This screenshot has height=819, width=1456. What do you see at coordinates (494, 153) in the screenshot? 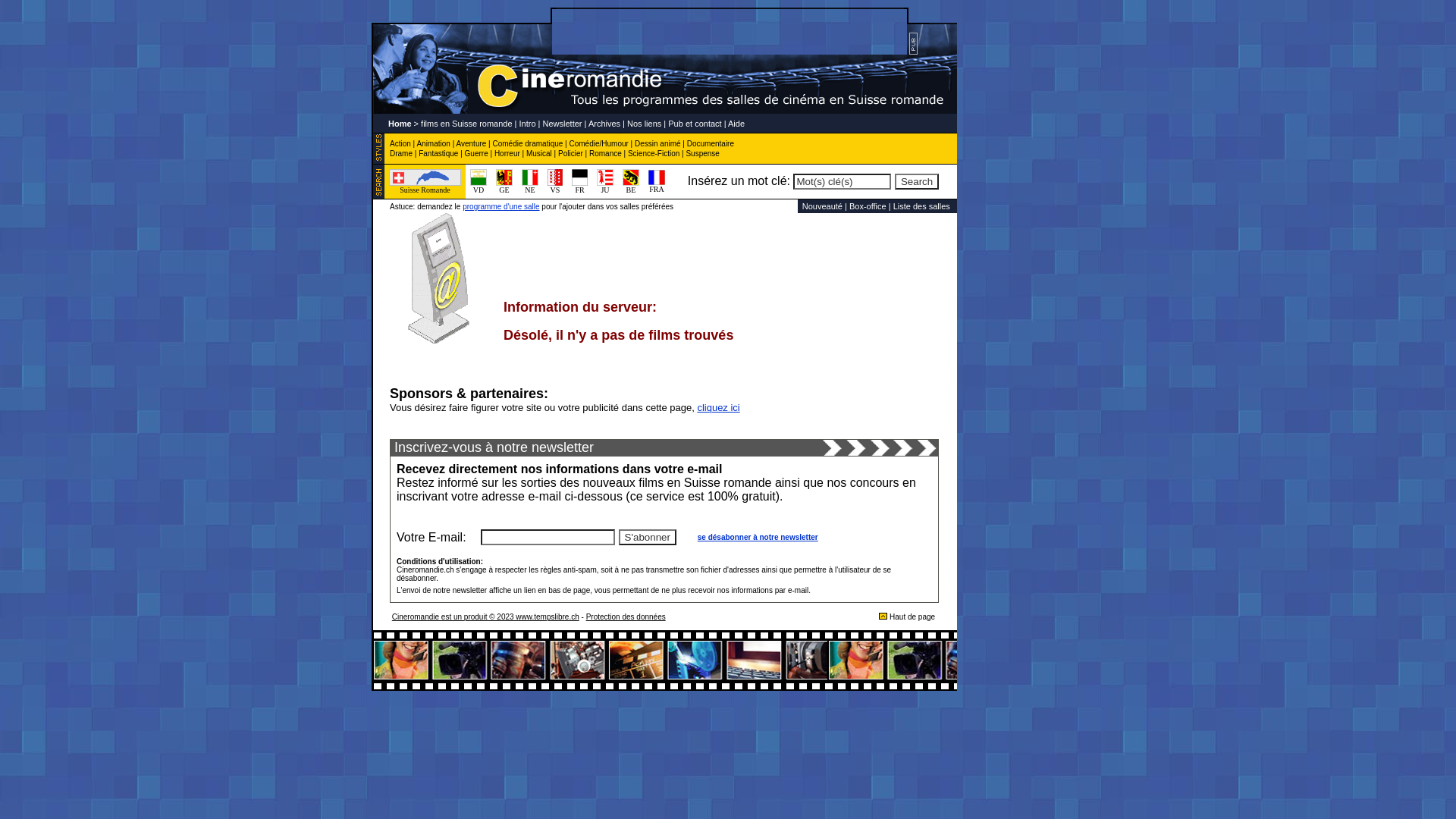
I see `'Horreur'` at bounding box center [494, 153].